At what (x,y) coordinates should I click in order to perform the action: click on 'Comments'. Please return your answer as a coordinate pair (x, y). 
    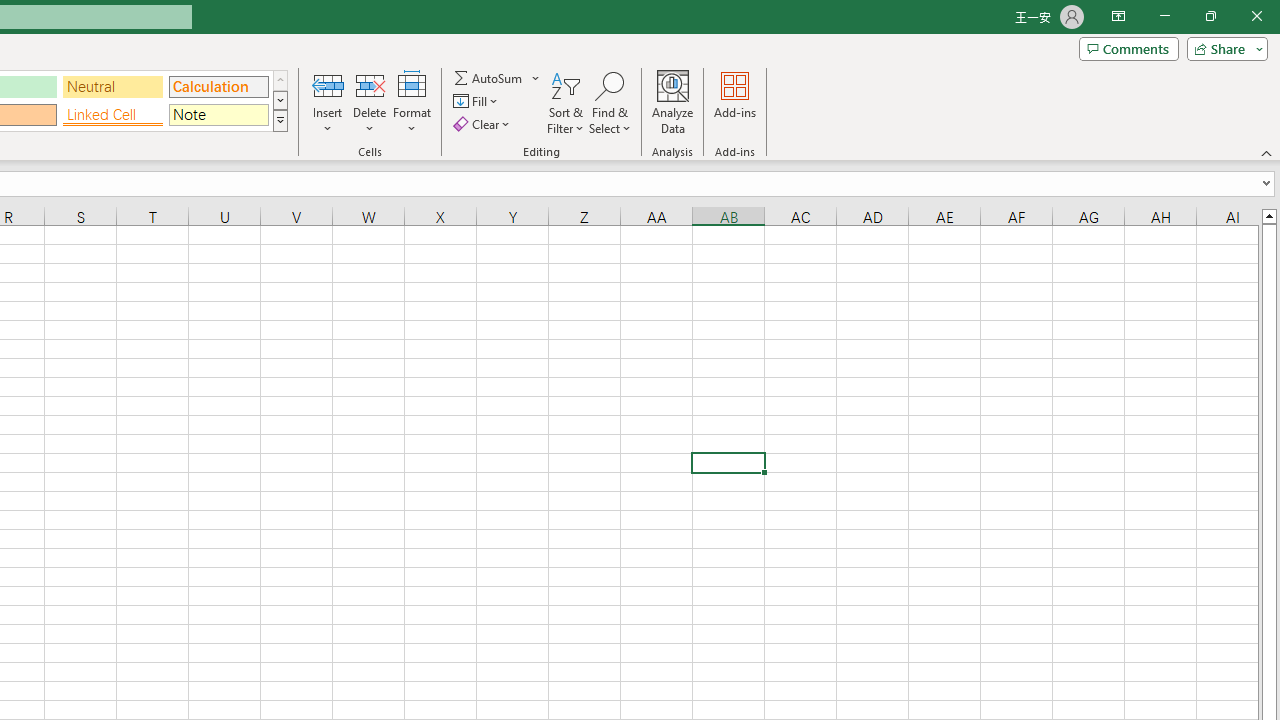
    Looking at the image, I should click on (1128, 47).